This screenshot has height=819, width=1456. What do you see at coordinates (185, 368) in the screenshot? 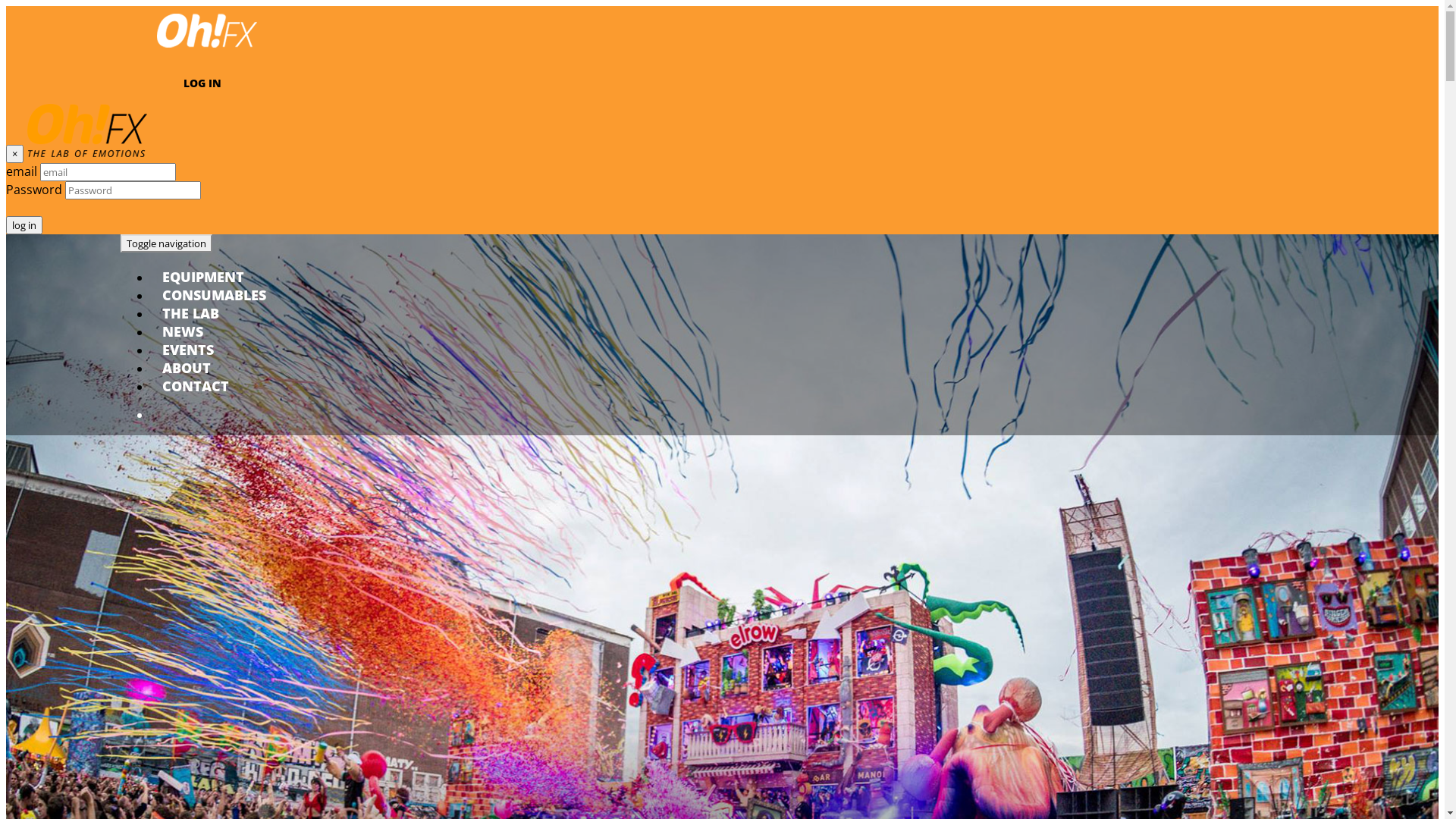
I see `'ABOUT'` at bounding box center [185, 368].